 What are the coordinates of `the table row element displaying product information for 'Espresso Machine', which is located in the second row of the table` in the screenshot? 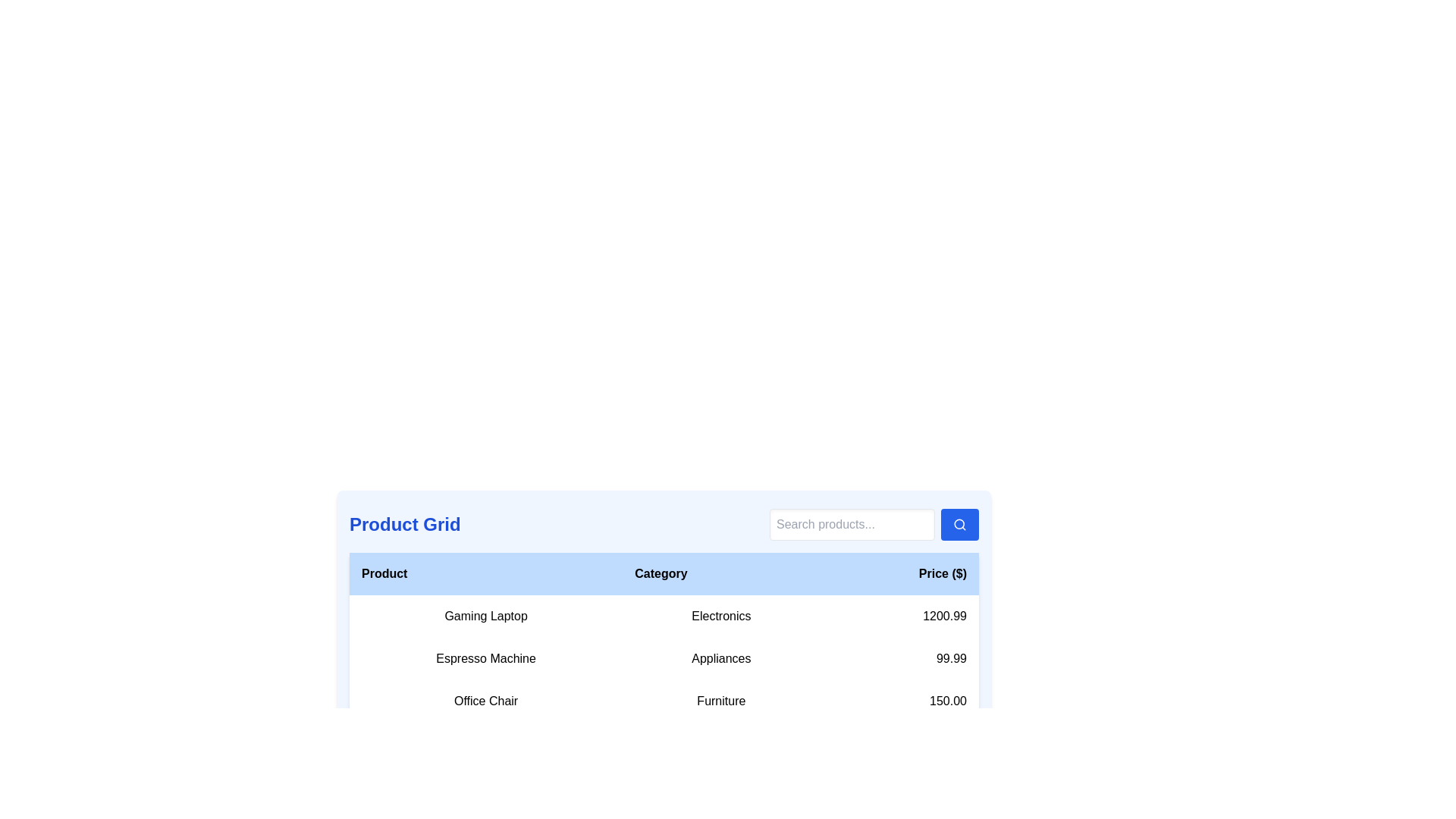 It's located at (664, 657).